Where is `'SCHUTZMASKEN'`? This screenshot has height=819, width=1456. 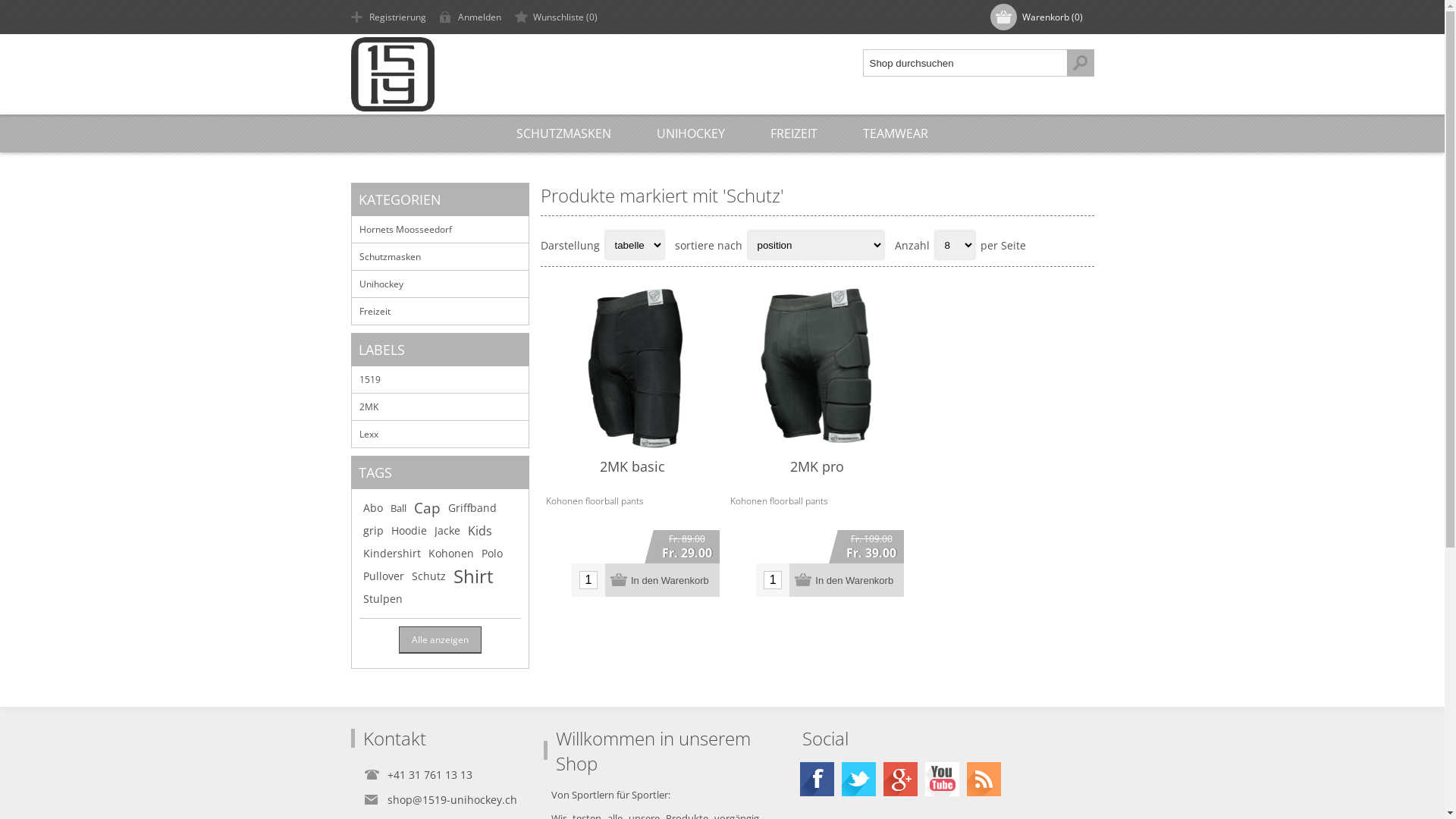 'SCHUTZMASKEN' is located at coordinates (563, 133).